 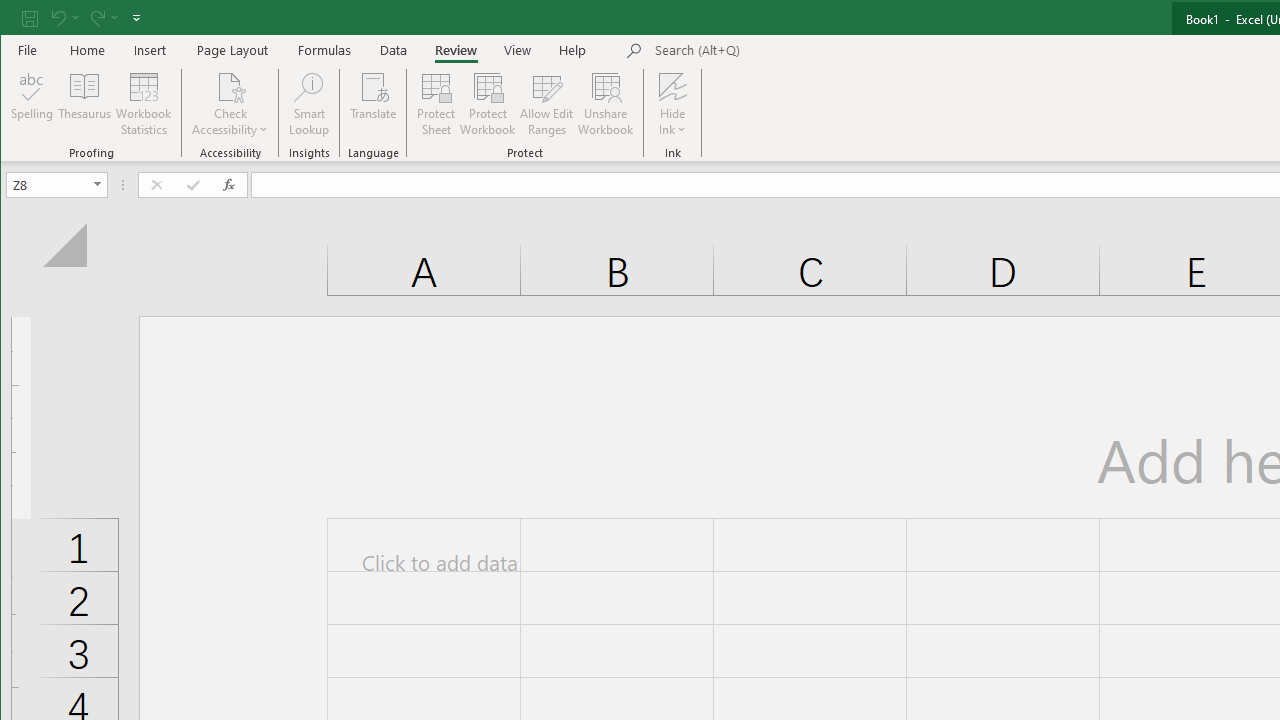 What do you see at coordinates (373, 104) in the screenshot?
I see `'Translate'` at bounding box center [373, 104].